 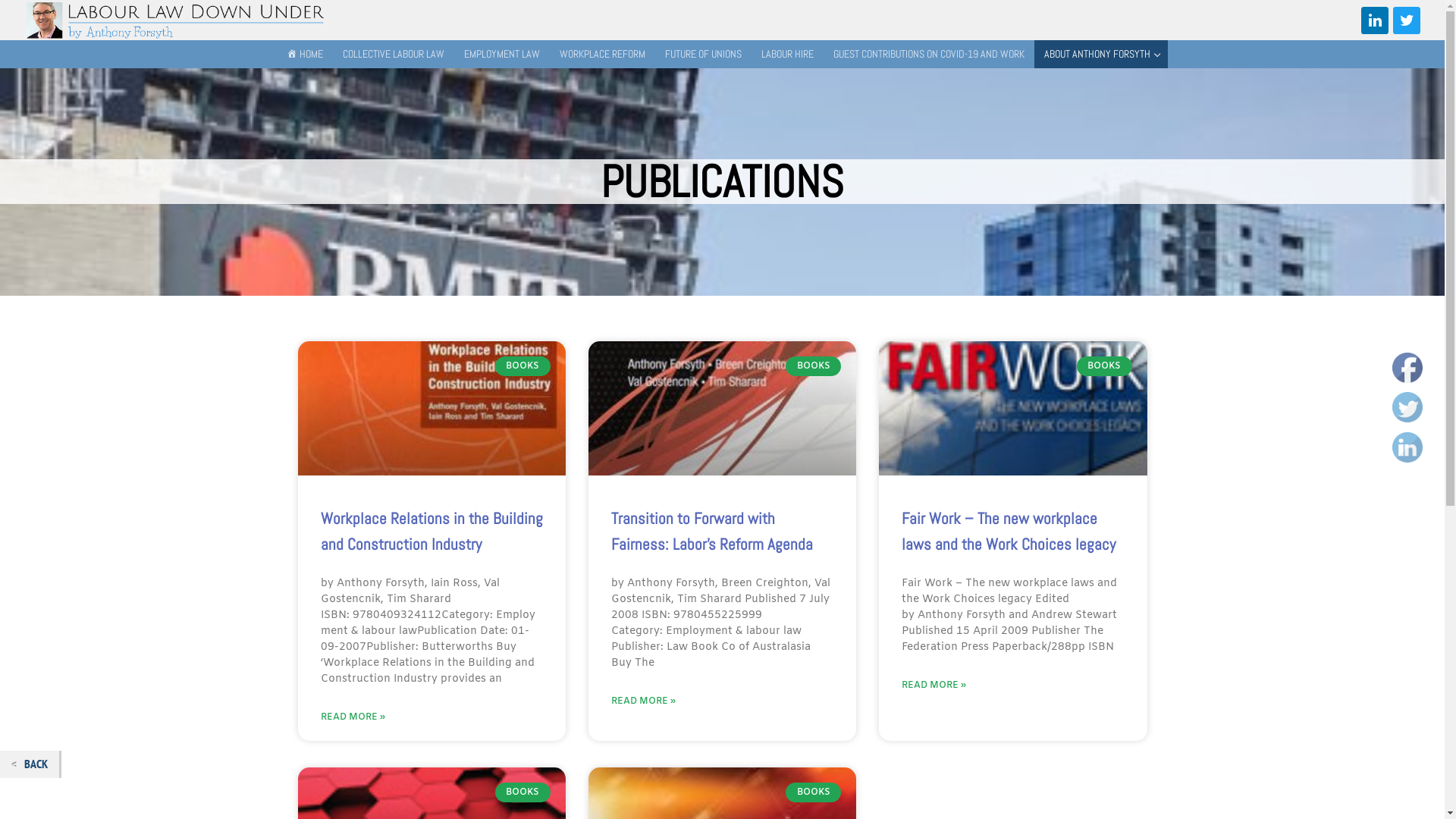 What do you see at coordinates (1407, 366) in the screenshot?
I see `'FACEBOOK'` at bounding box center [1407, 366].